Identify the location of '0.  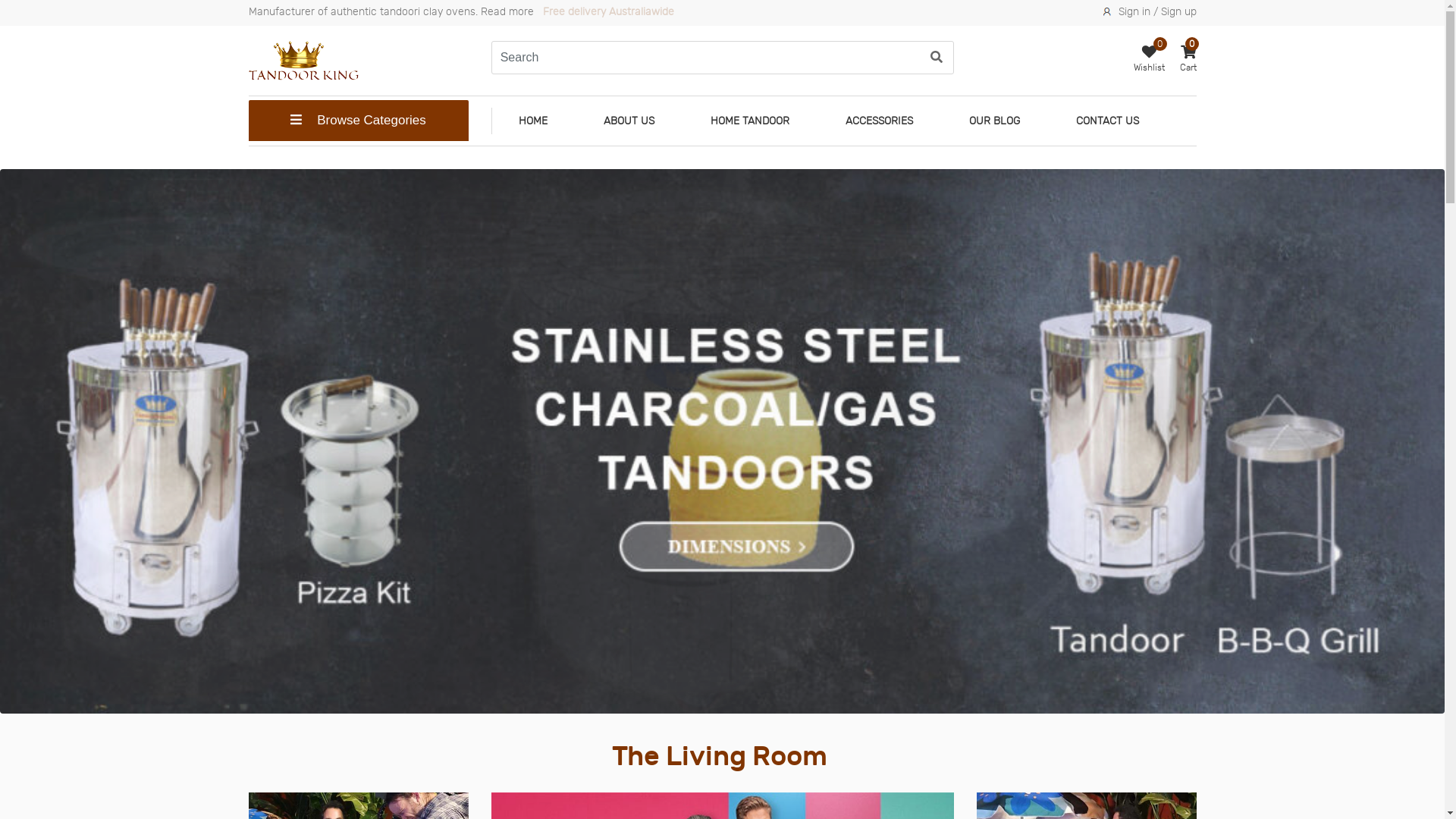
(1148, 60).